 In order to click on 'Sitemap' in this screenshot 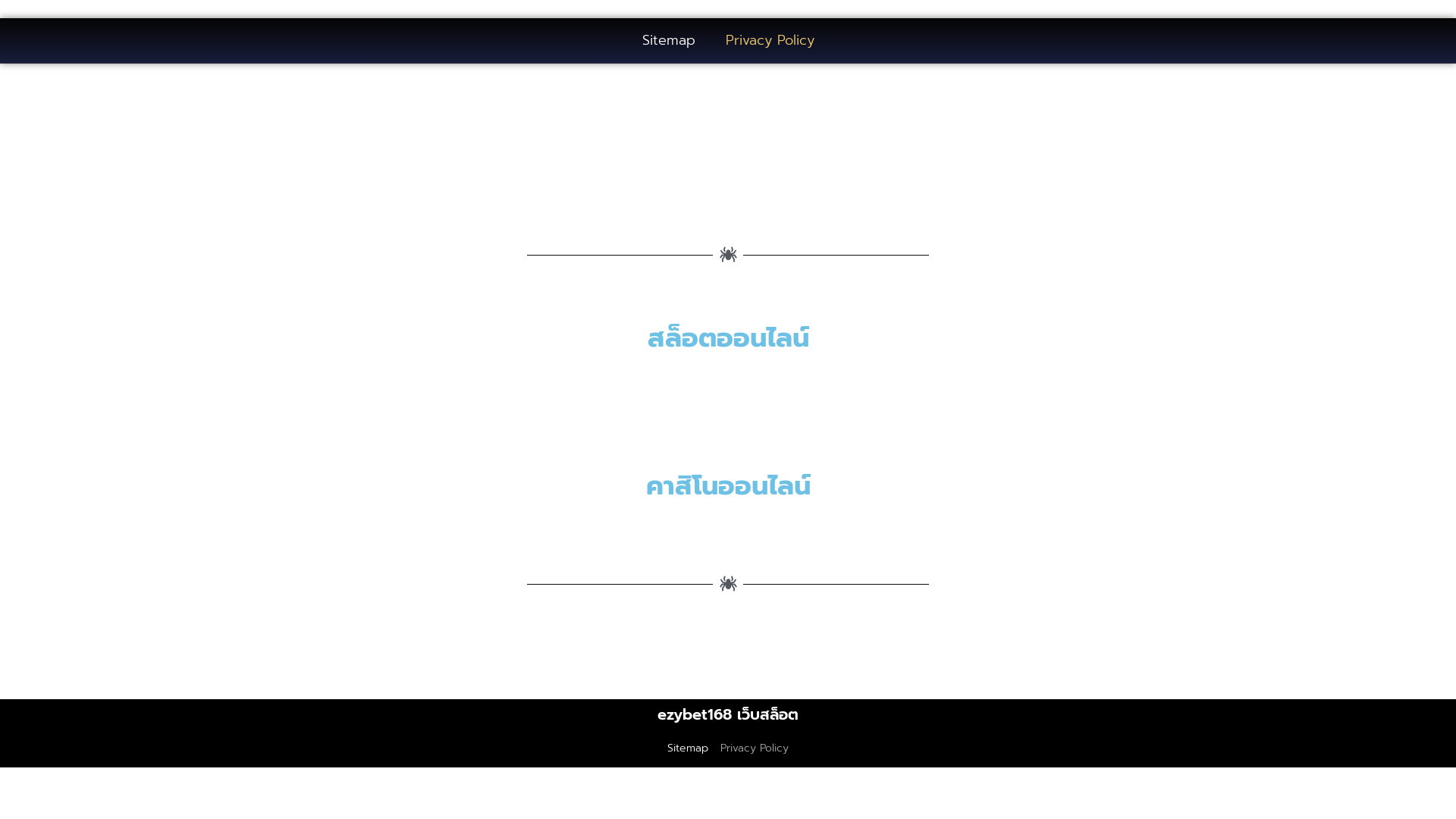, I will do `click(687, 748)`.